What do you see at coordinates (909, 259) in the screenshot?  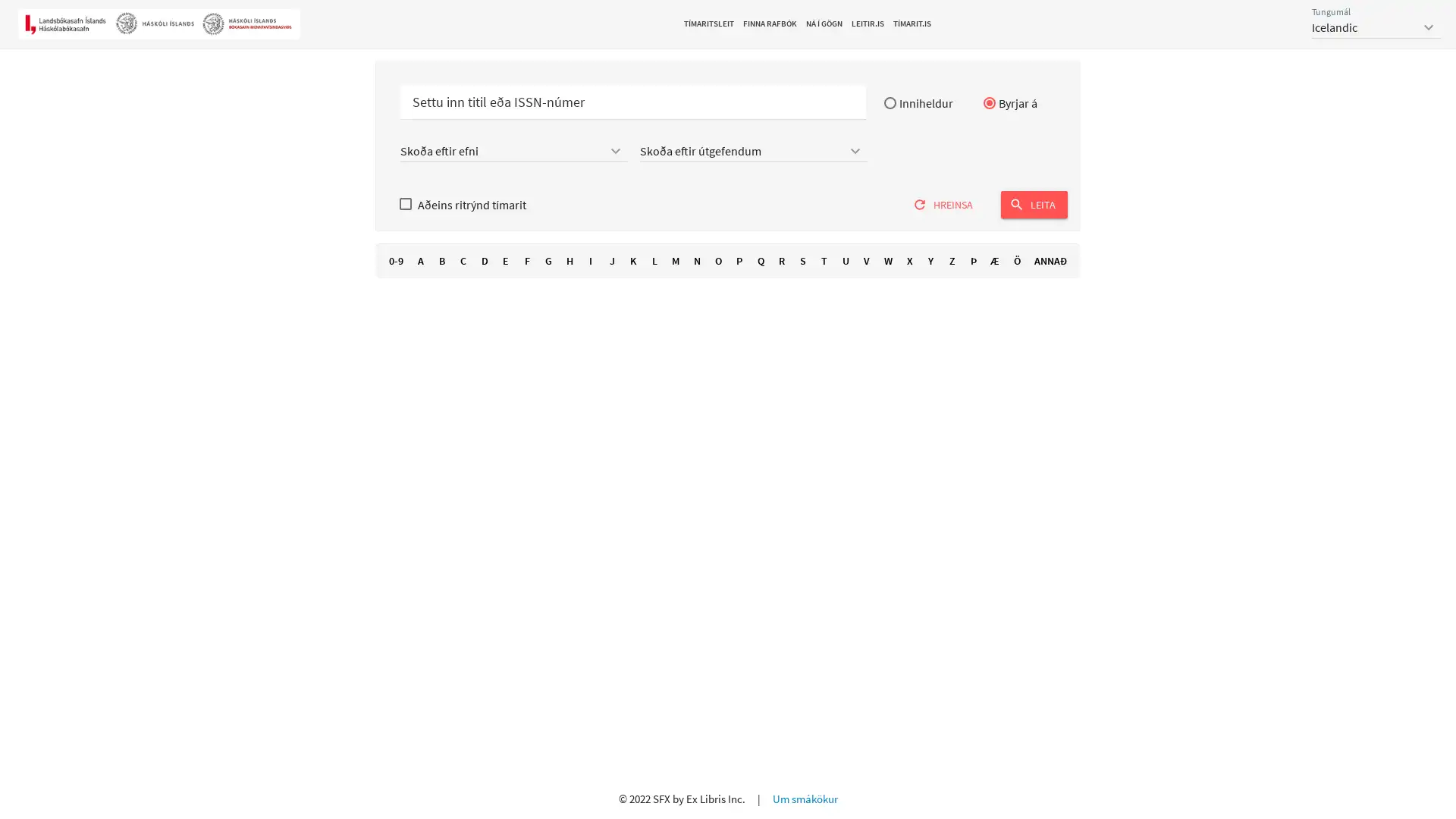 I see `X` at bounding box center [909, 259].